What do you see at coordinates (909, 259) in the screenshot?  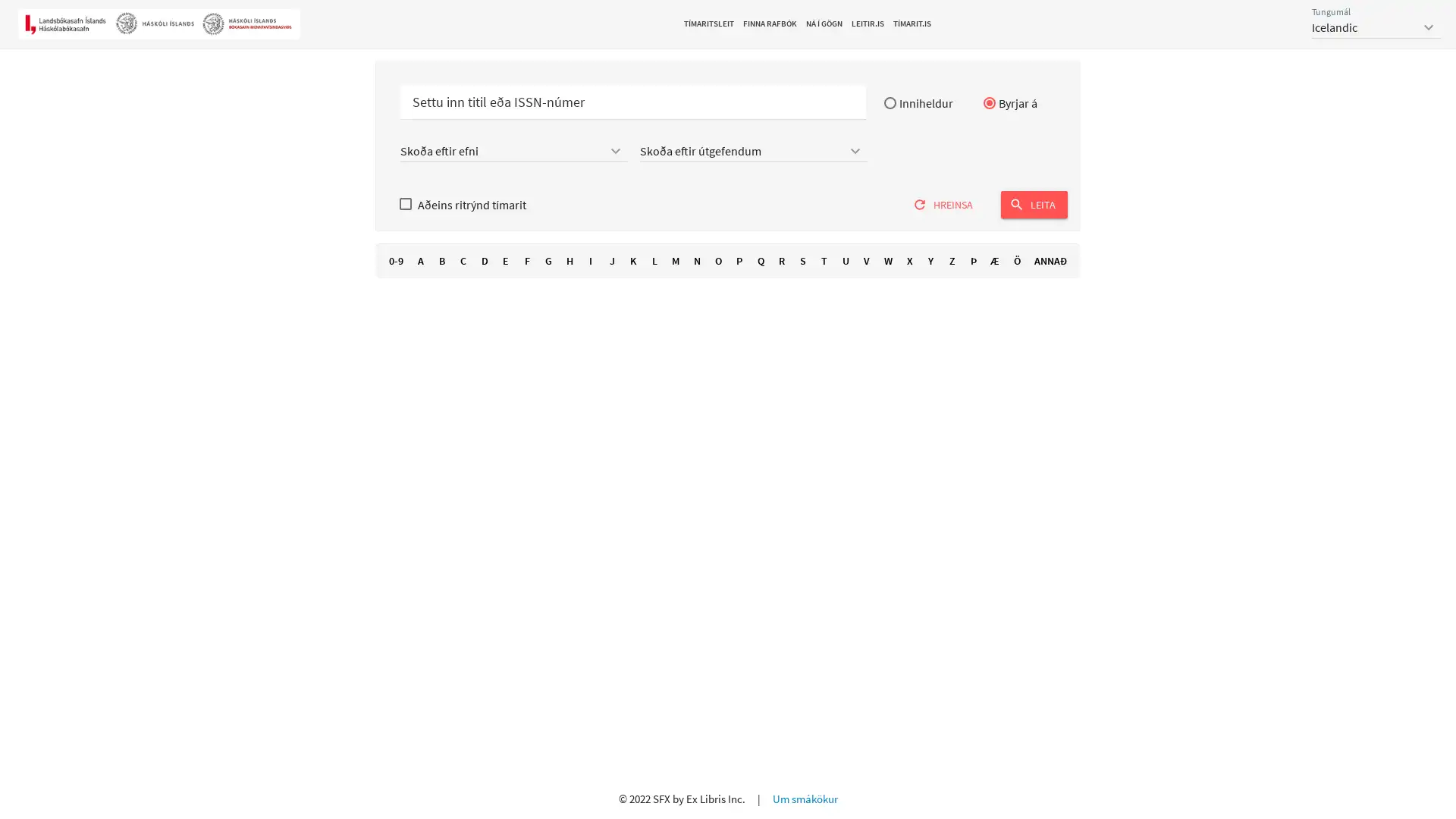 I see `X` at bounding box center [909, 259].